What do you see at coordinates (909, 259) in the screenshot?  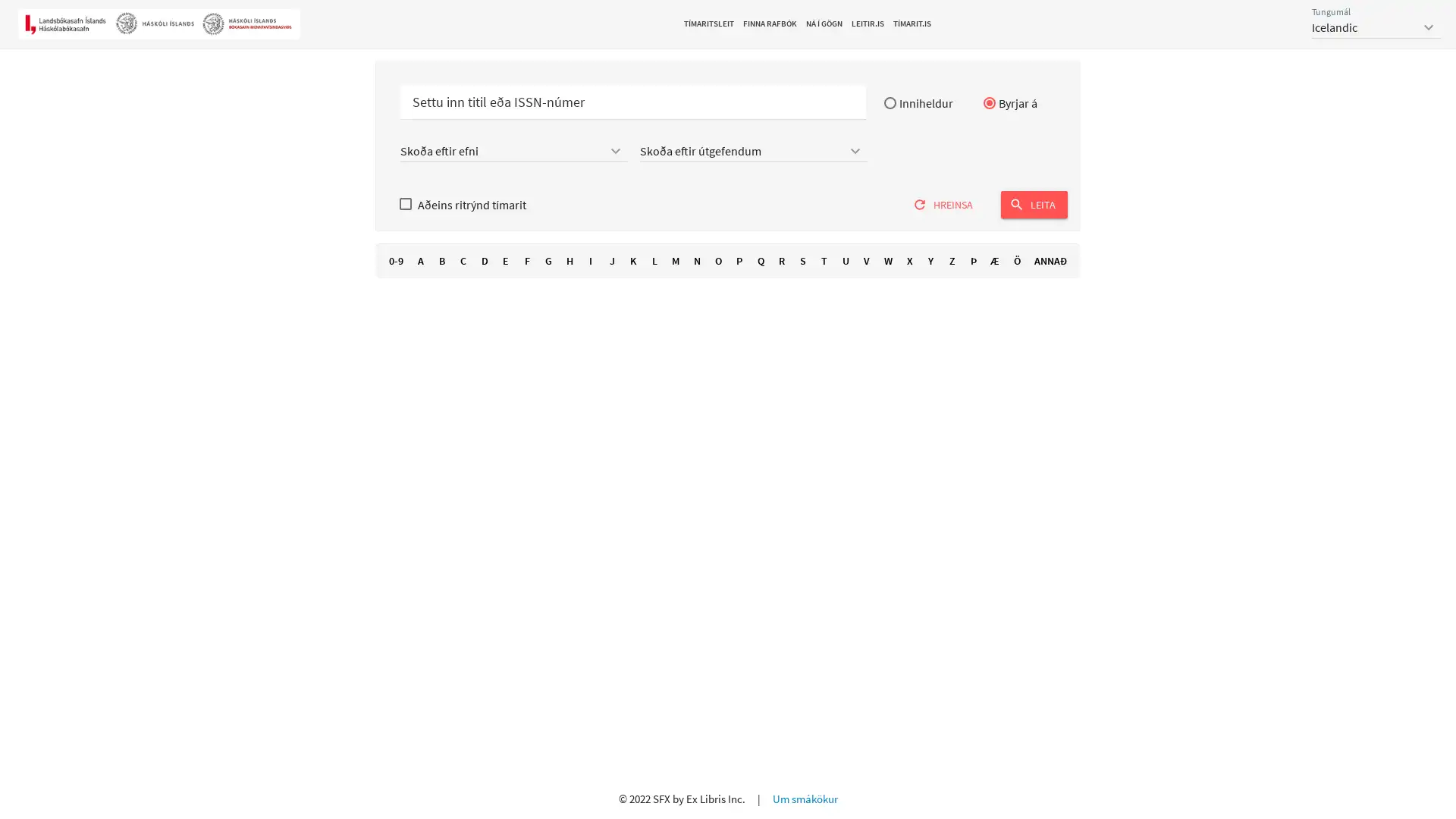 I see `X` at bounding box center [909, 259].